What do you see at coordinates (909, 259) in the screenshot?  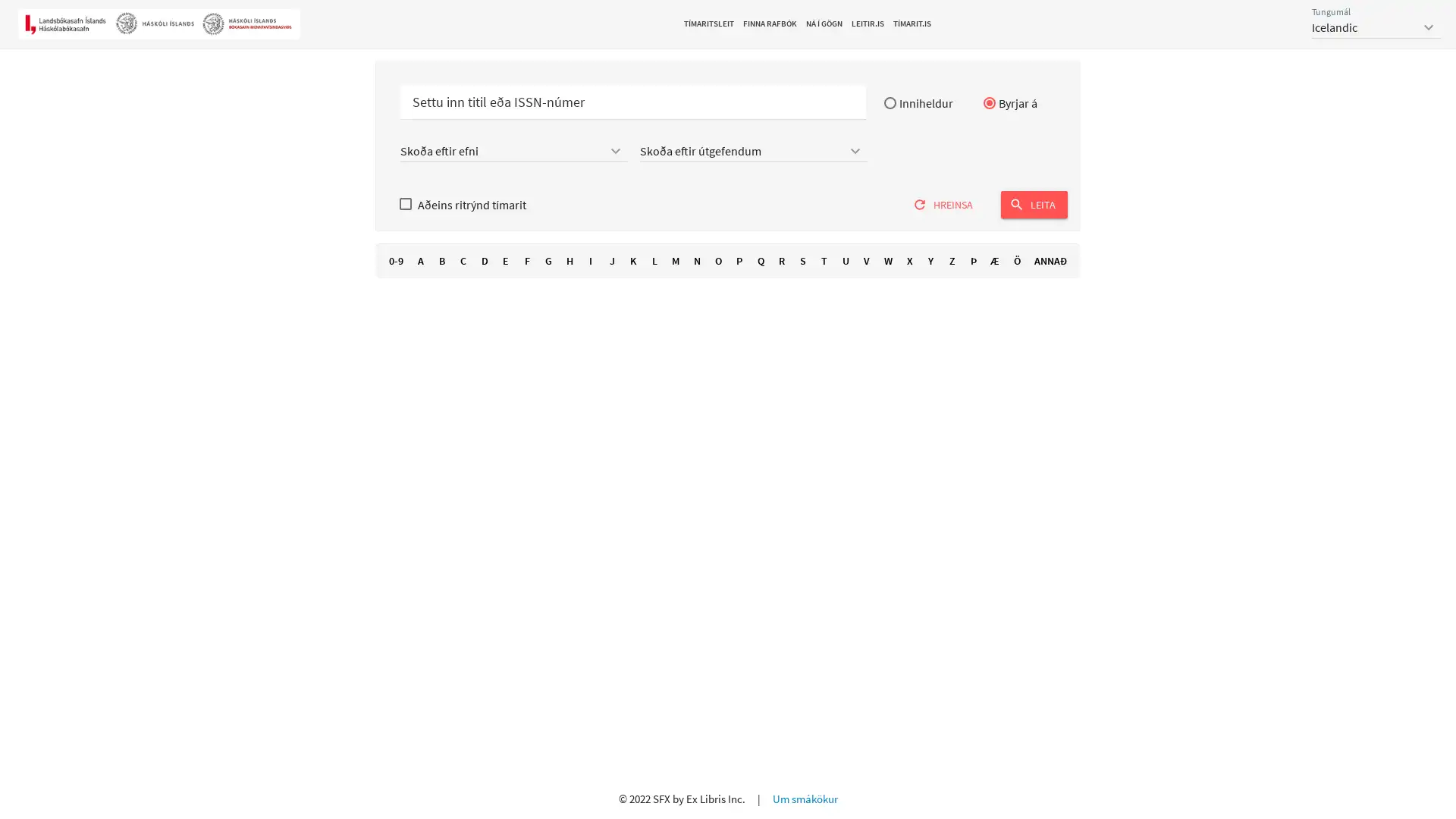 I see `X` at bounding box center [909, 259].